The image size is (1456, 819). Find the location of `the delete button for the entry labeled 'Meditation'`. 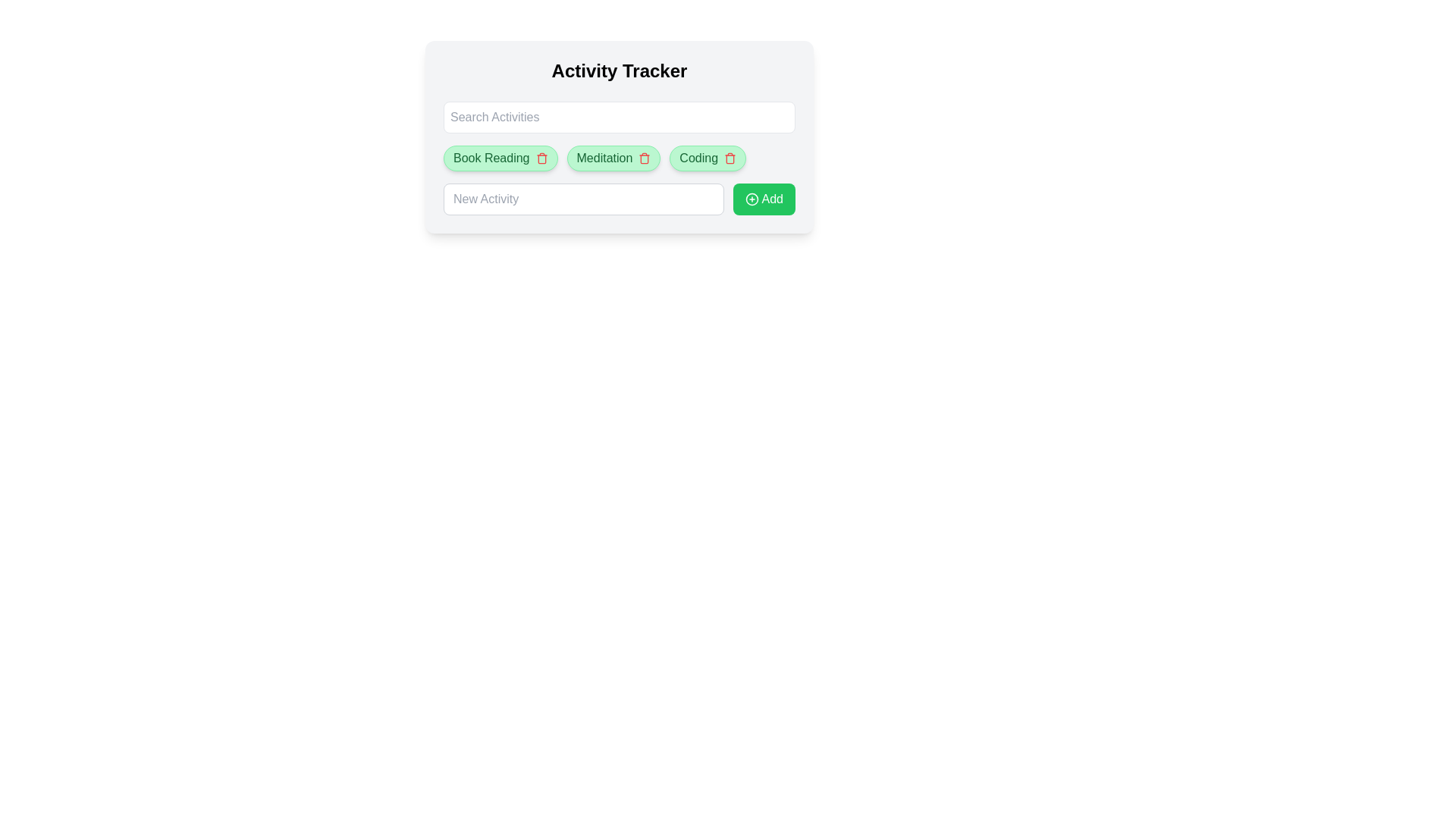

the delete button for the entry labeled 'Meditation' is located at coordinates (645, 158).